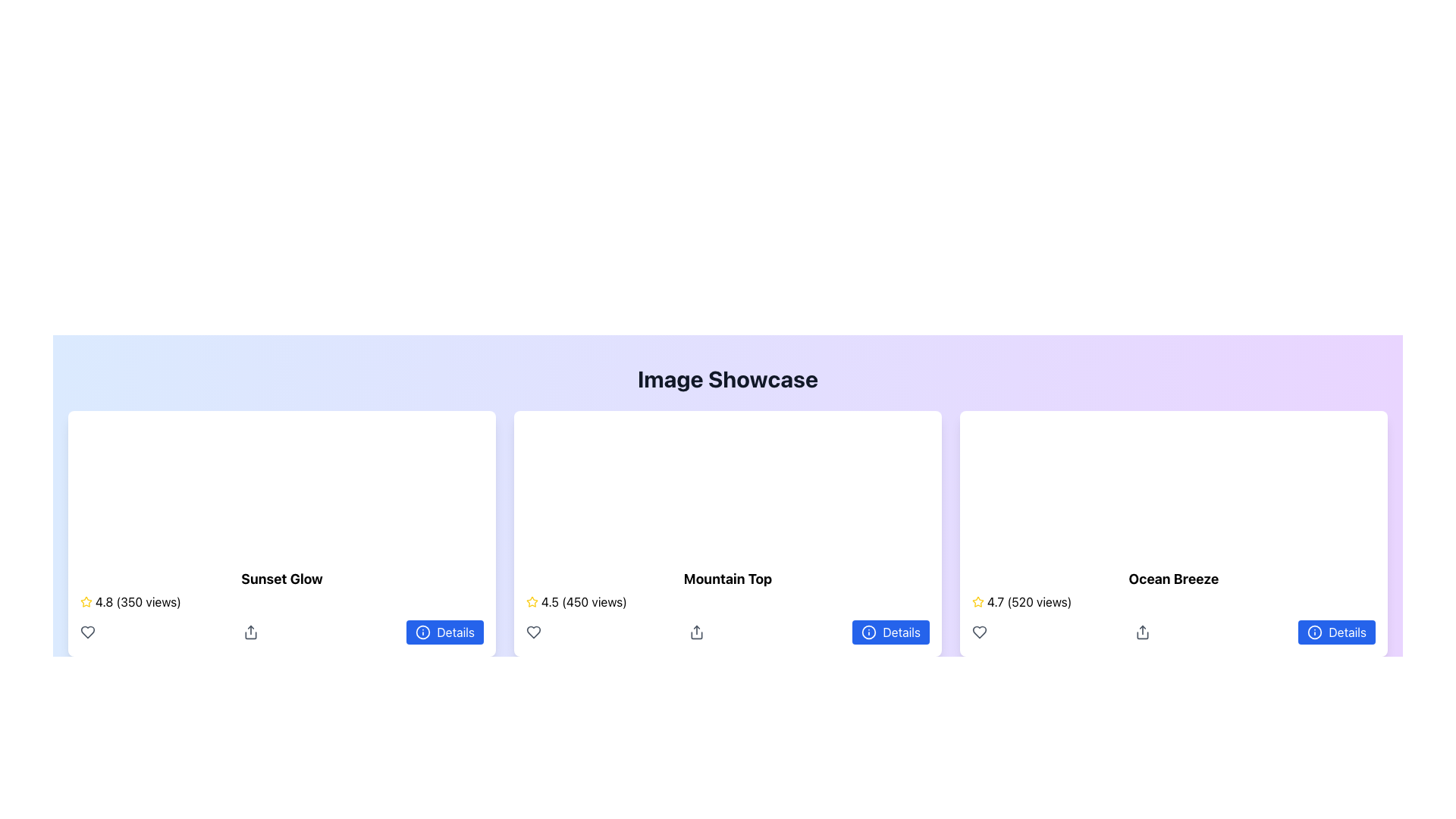 This screenshot has height=819, width=1456. What do you see at coordinates (978, 601) in the screenshot?
I see `the yellow star icon with a hollow center located adjacent to the text '4.7 (520 views)' in the Ocean Breeze card` at bounding box center [978, 601].